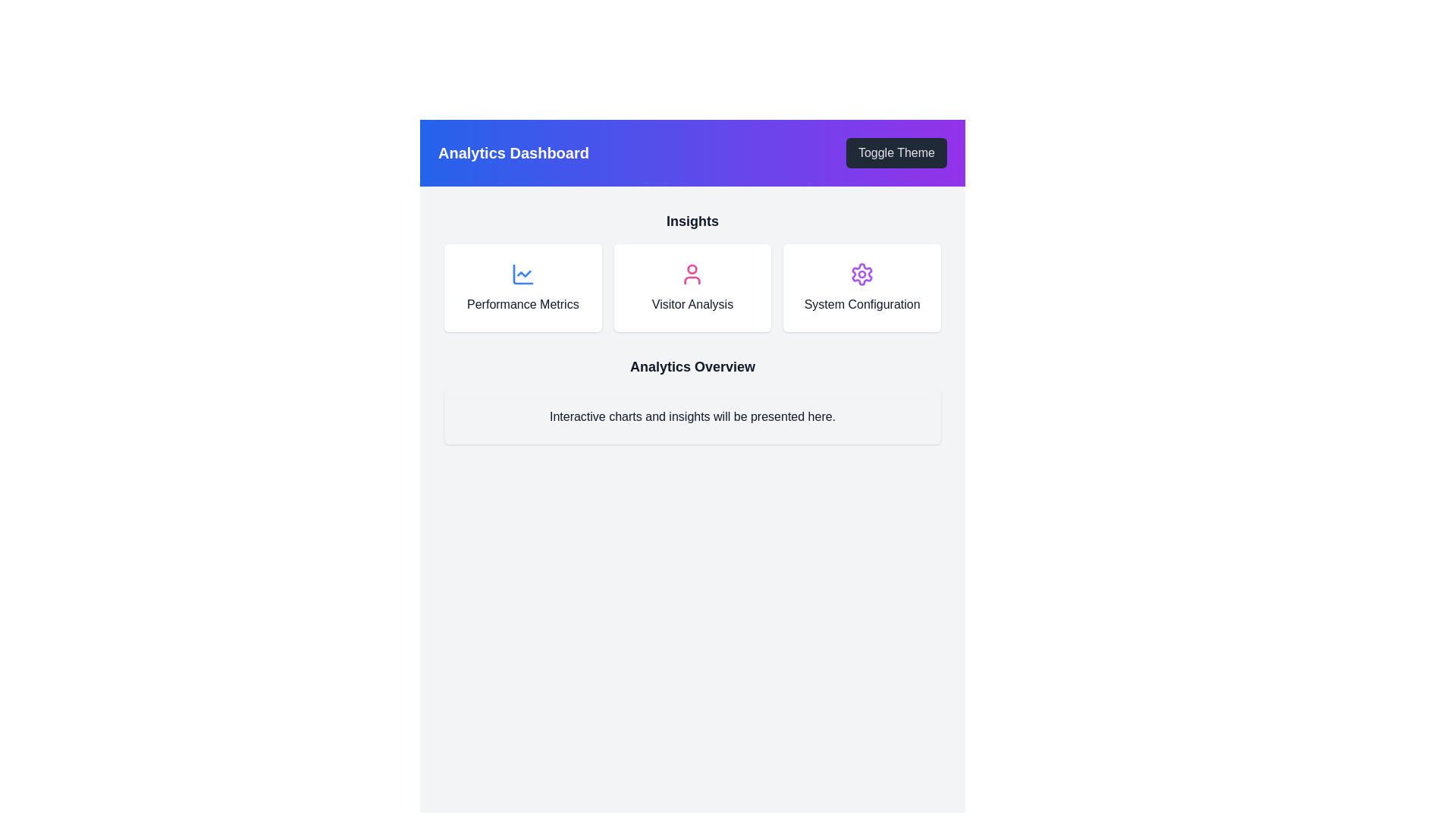 This screenshot has width=1456, height=819. Describe the element at coordinates (692, 417) in the screenshot. I see `the Informational panel with the text 'Interactive charts and insights will be presented here.' which is located directly below the 'Analytics Overview' heading` at that location.